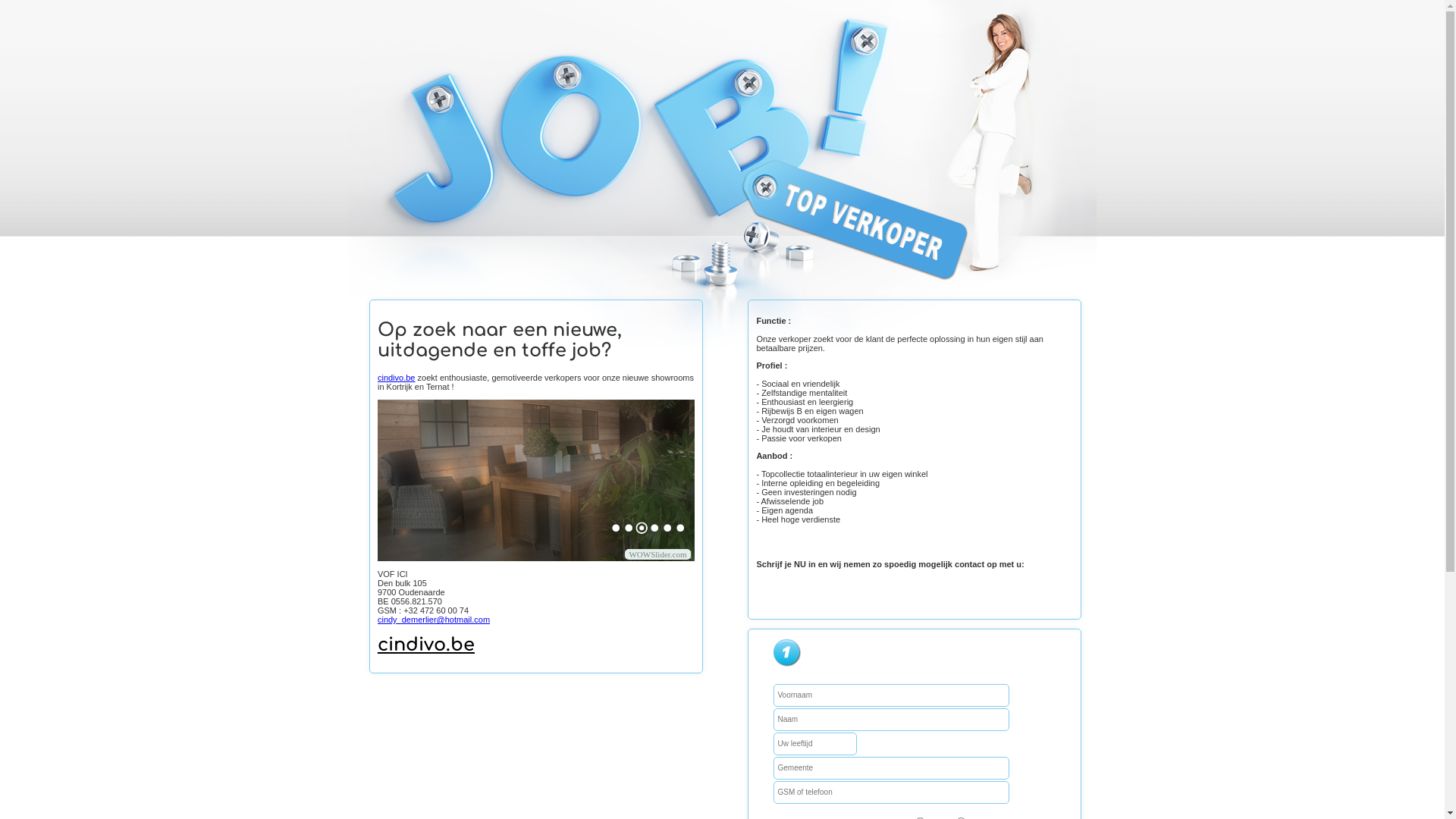 Image resolution: width=1456 pixels, height=819 pixels. What do you see at coordinates (432, 620) in the screenshot?
I see `'cindy_demerlier@hotmail.com'` at bounding box center [432, 620].